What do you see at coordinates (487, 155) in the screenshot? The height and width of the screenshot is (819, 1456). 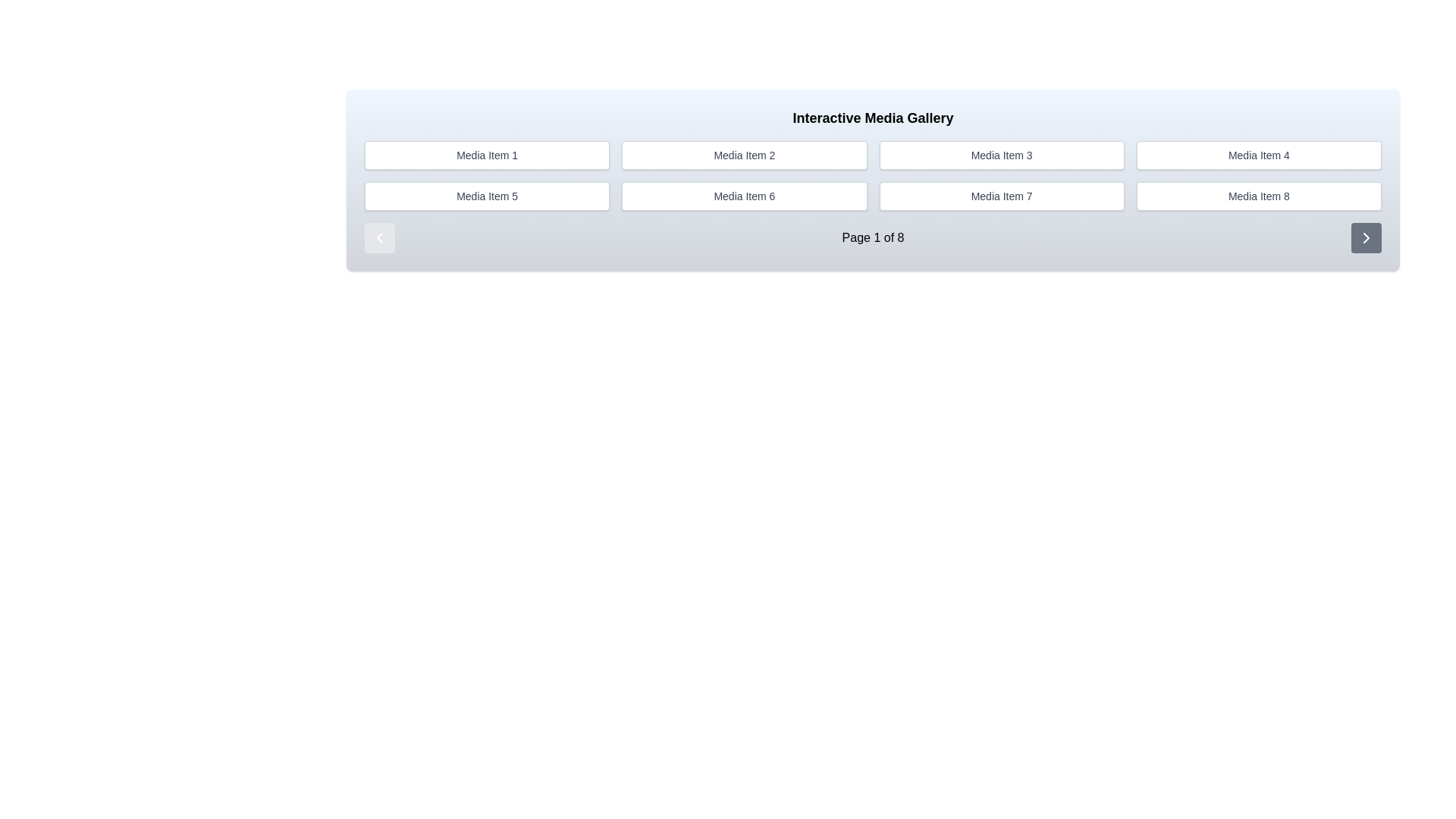 I see `the first button in the media gallery` at bounding box center [487, 155].